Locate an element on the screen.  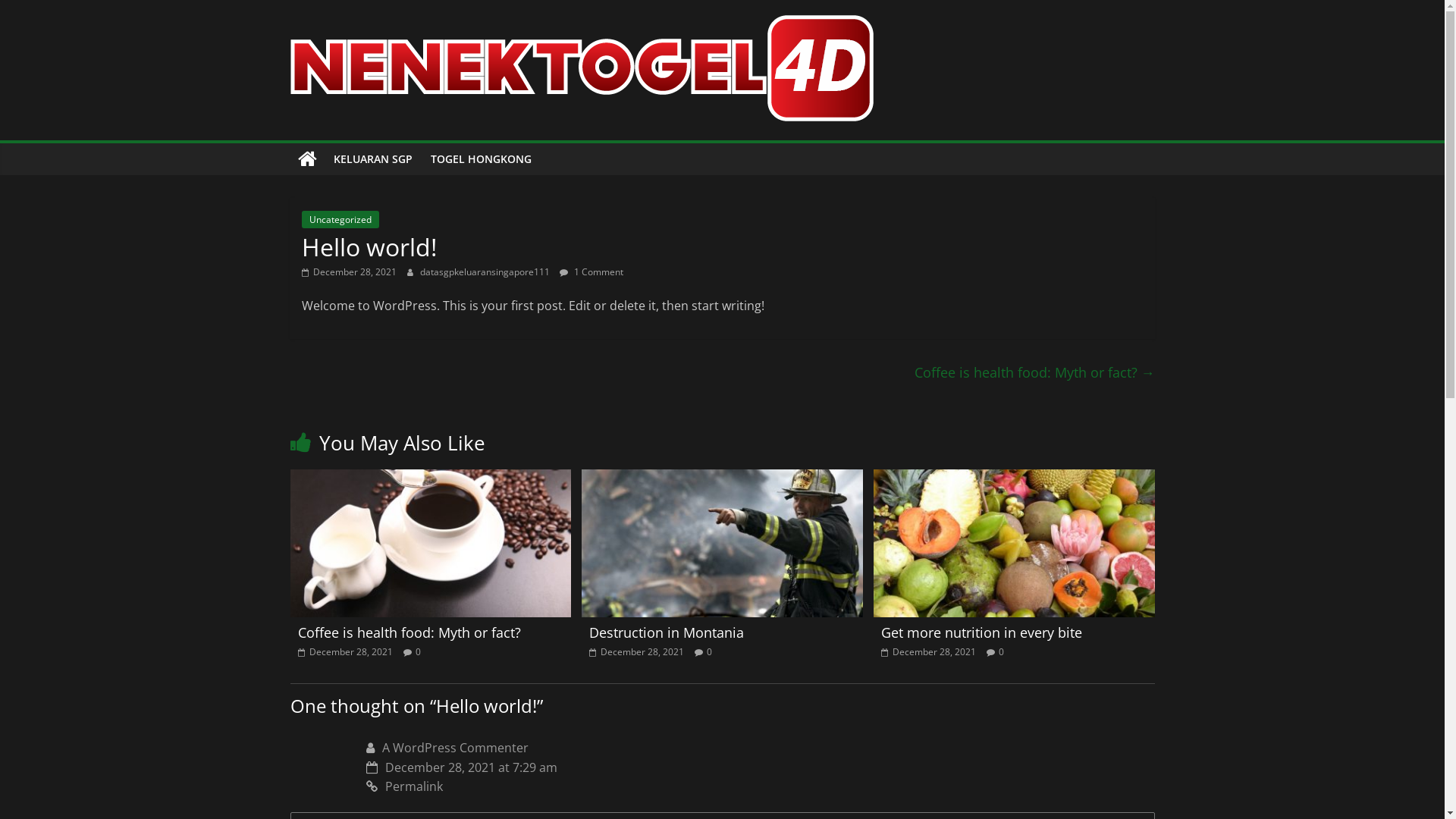
'KELUARAN SGP' is located at coordinates (373, 158).